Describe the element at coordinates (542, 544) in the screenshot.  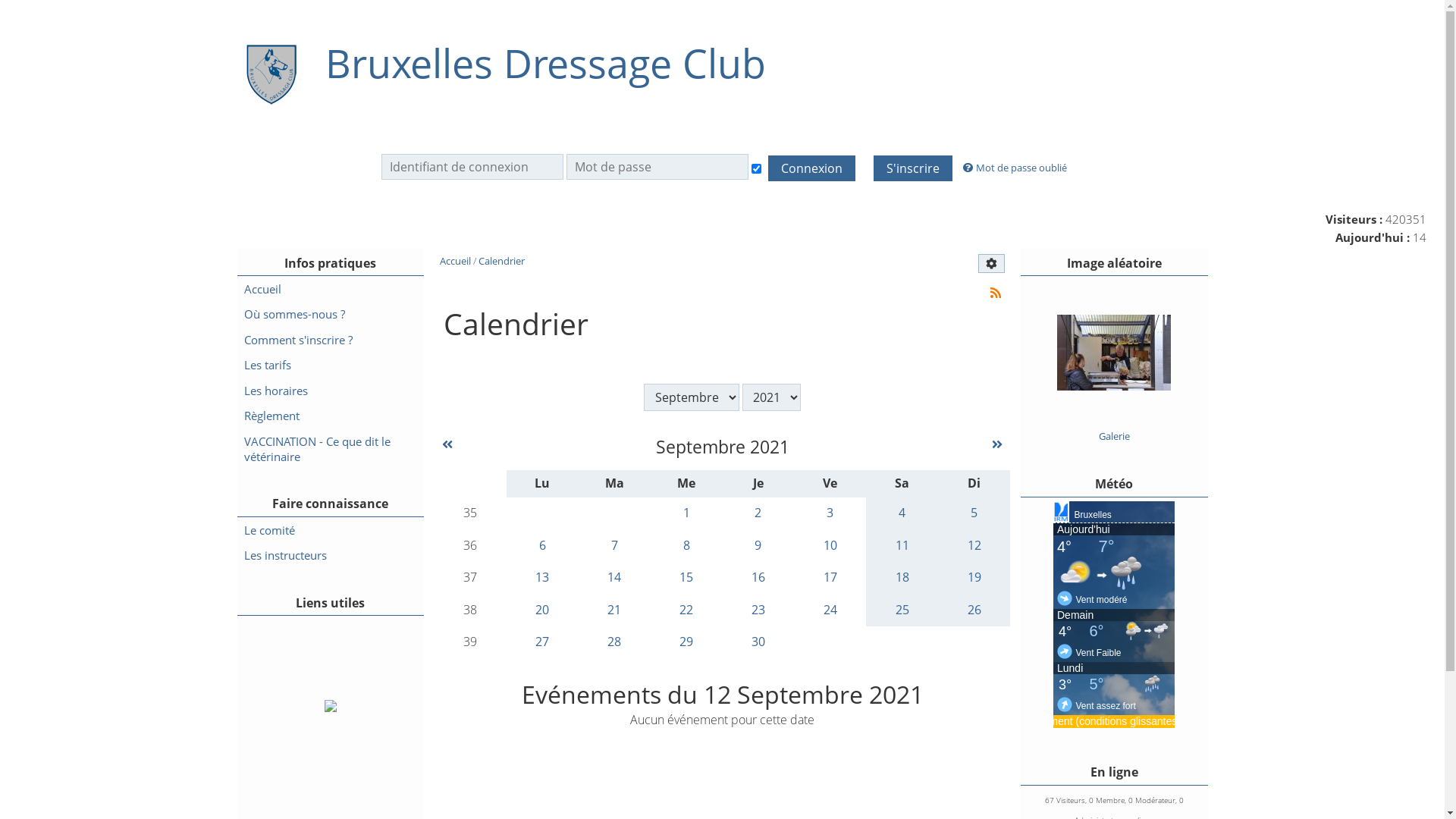
I see `'6'` at that location.